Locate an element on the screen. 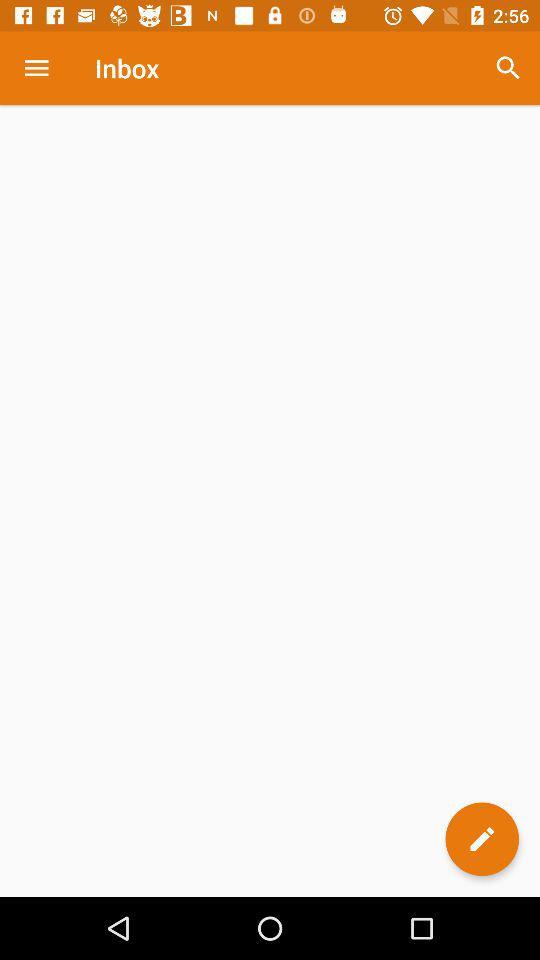  the edit icon is located at coordinates (481, 839).